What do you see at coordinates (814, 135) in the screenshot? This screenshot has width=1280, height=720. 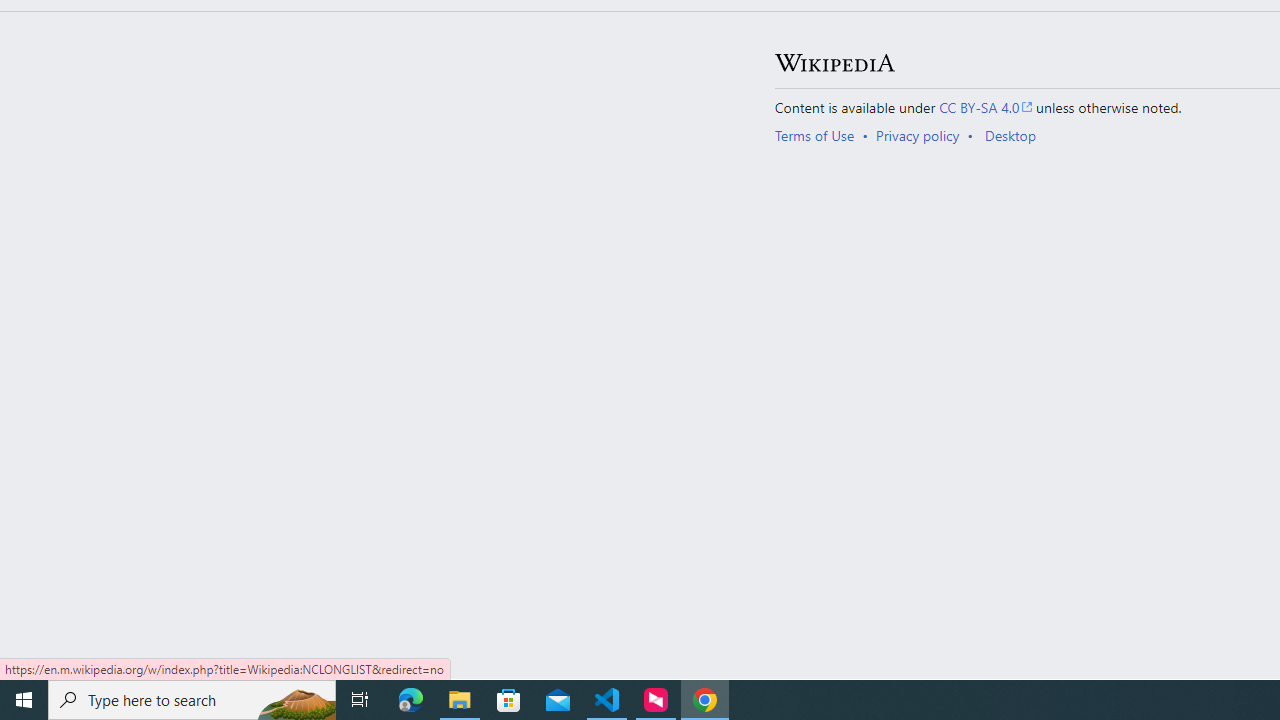 I see `'Terms of Use'` at bounding box center [814, 135].